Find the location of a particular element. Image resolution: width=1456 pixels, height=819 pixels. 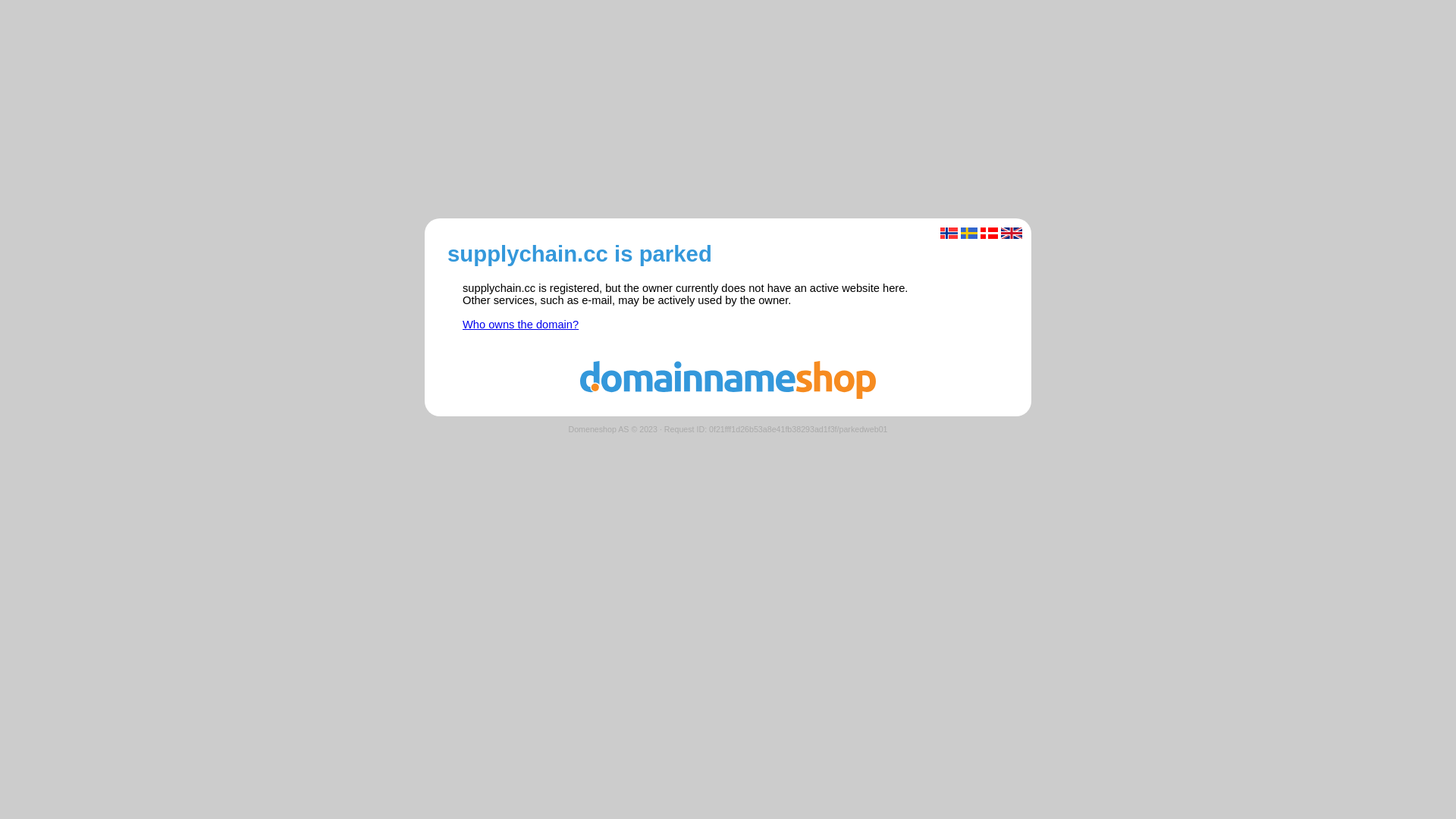

'Norsk' is located at coordinates (948, 233).